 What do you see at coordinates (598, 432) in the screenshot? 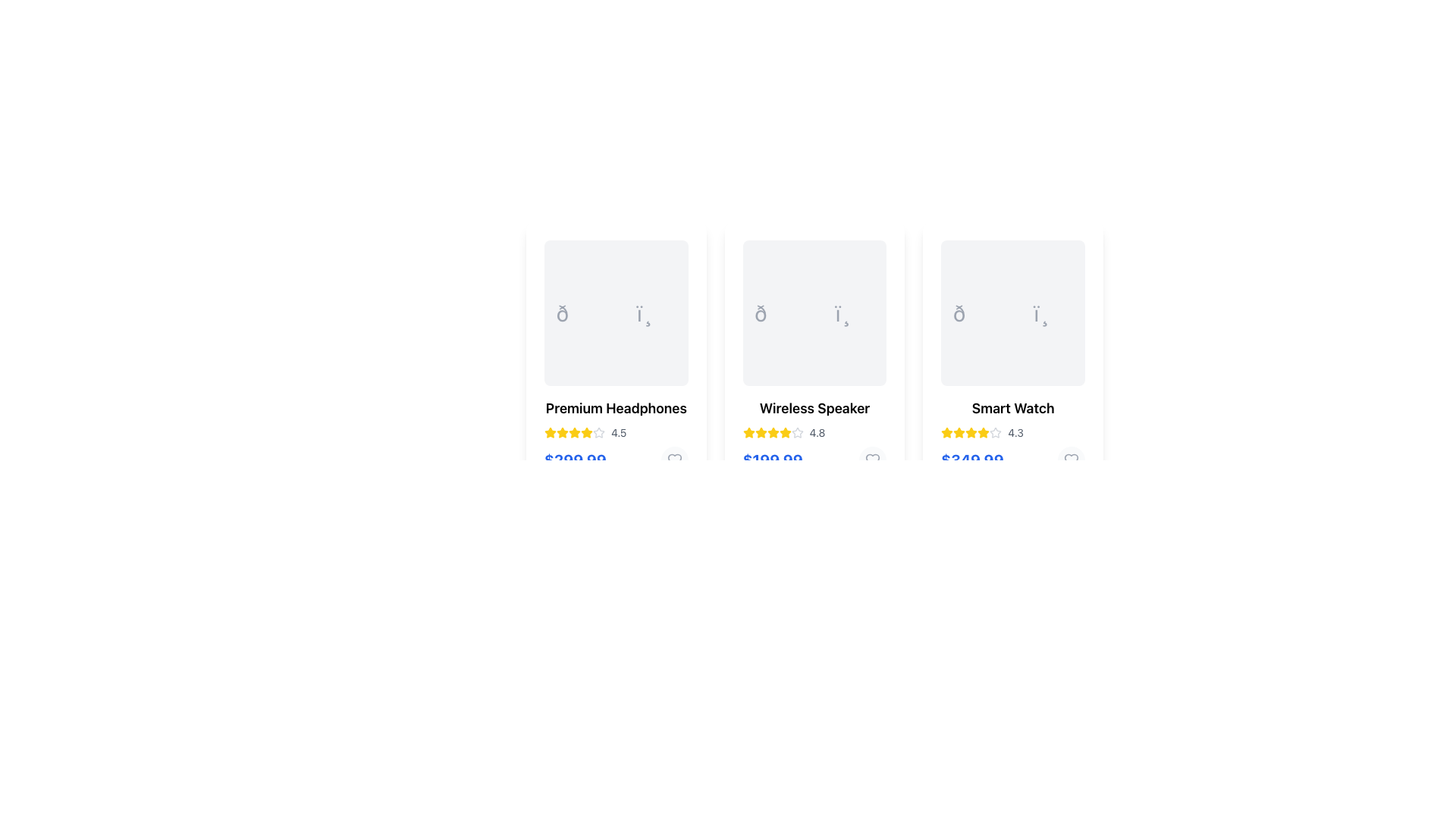
I see `the sixth star icon in the rating system for 'Premium Headphones', which is currently inactive and outlined in gray` at bounding box center [598, 432].